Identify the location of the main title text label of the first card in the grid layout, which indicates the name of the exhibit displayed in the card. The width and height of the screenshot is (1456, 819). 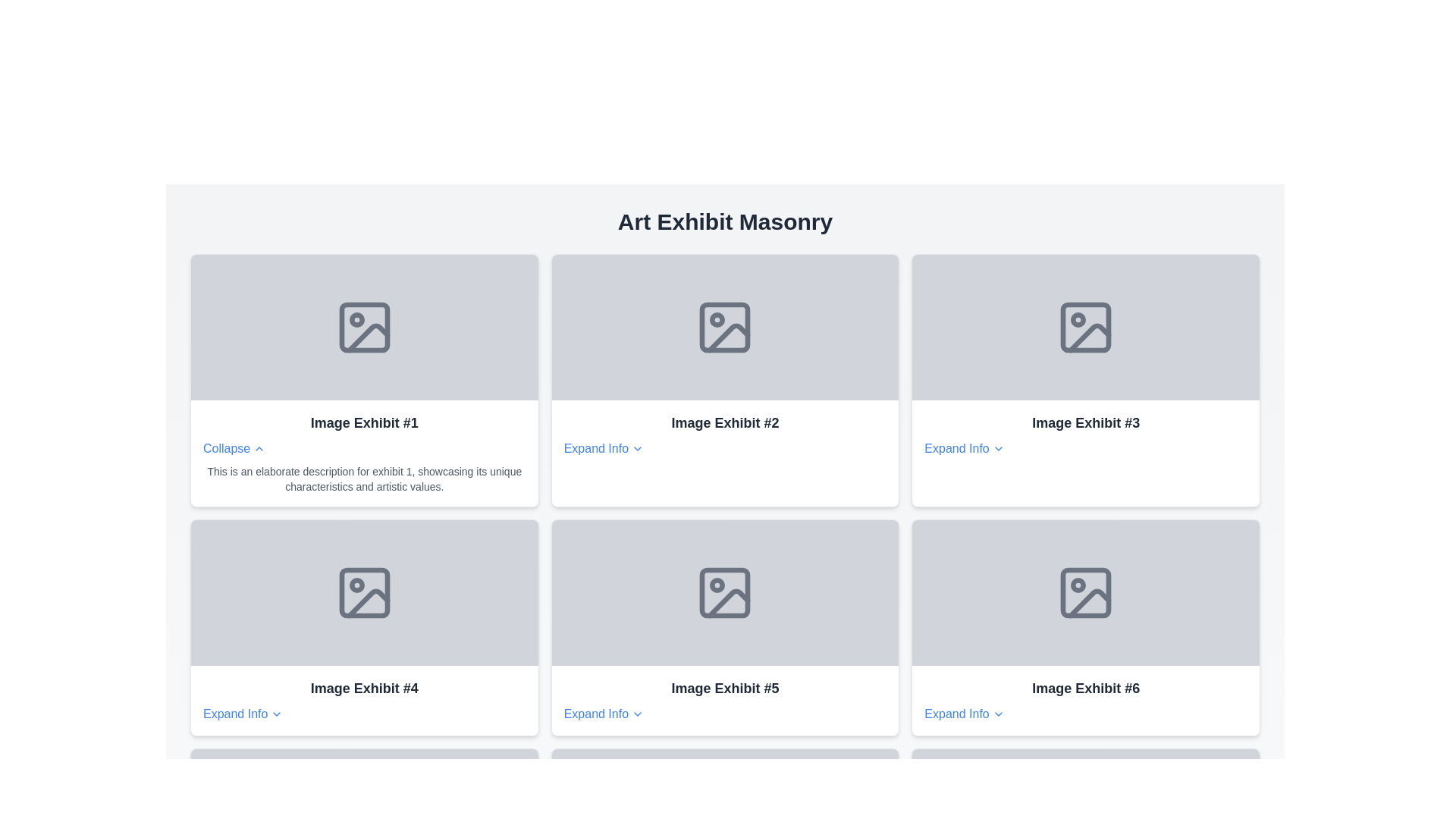
(364, 423).